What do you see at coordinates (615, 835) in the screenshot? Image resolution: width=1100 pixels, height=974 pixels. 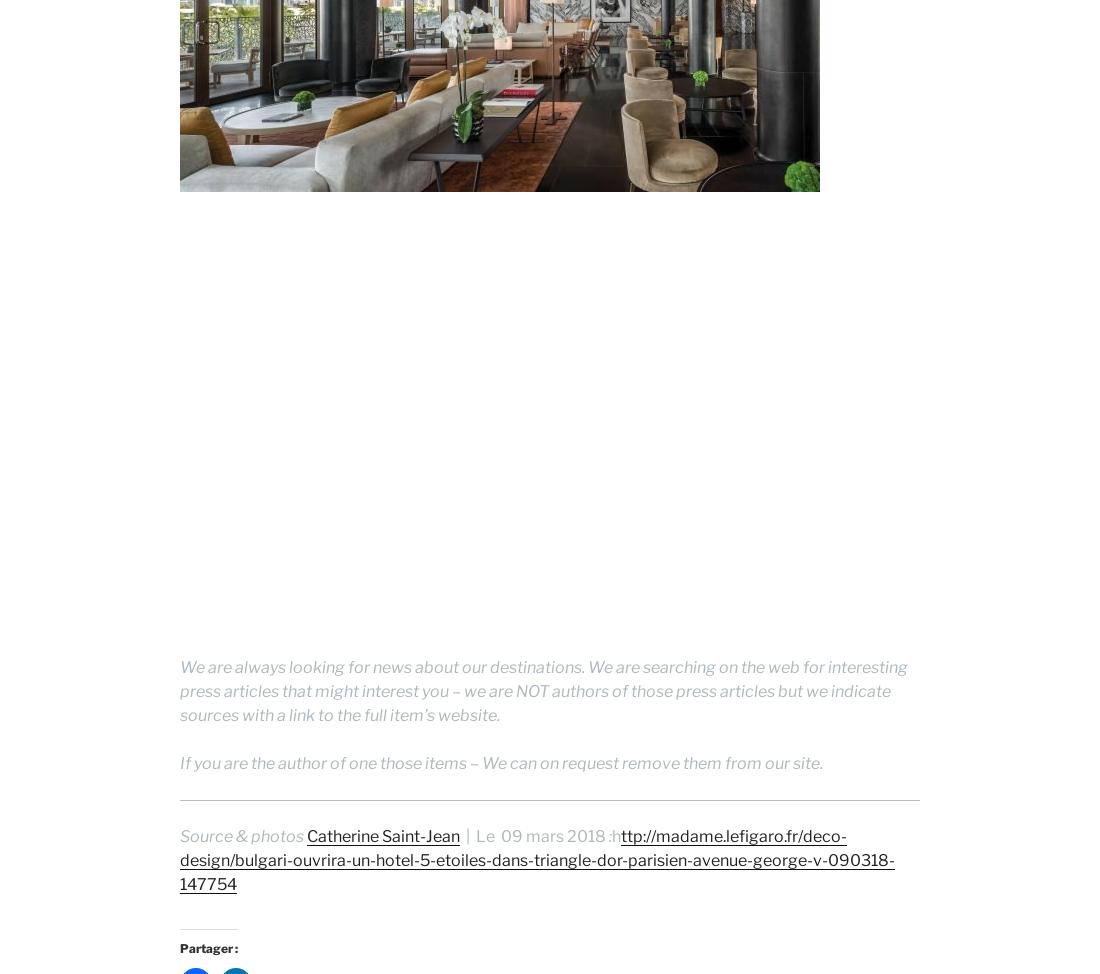 I see `'h'` at bounding box center [615, 835].